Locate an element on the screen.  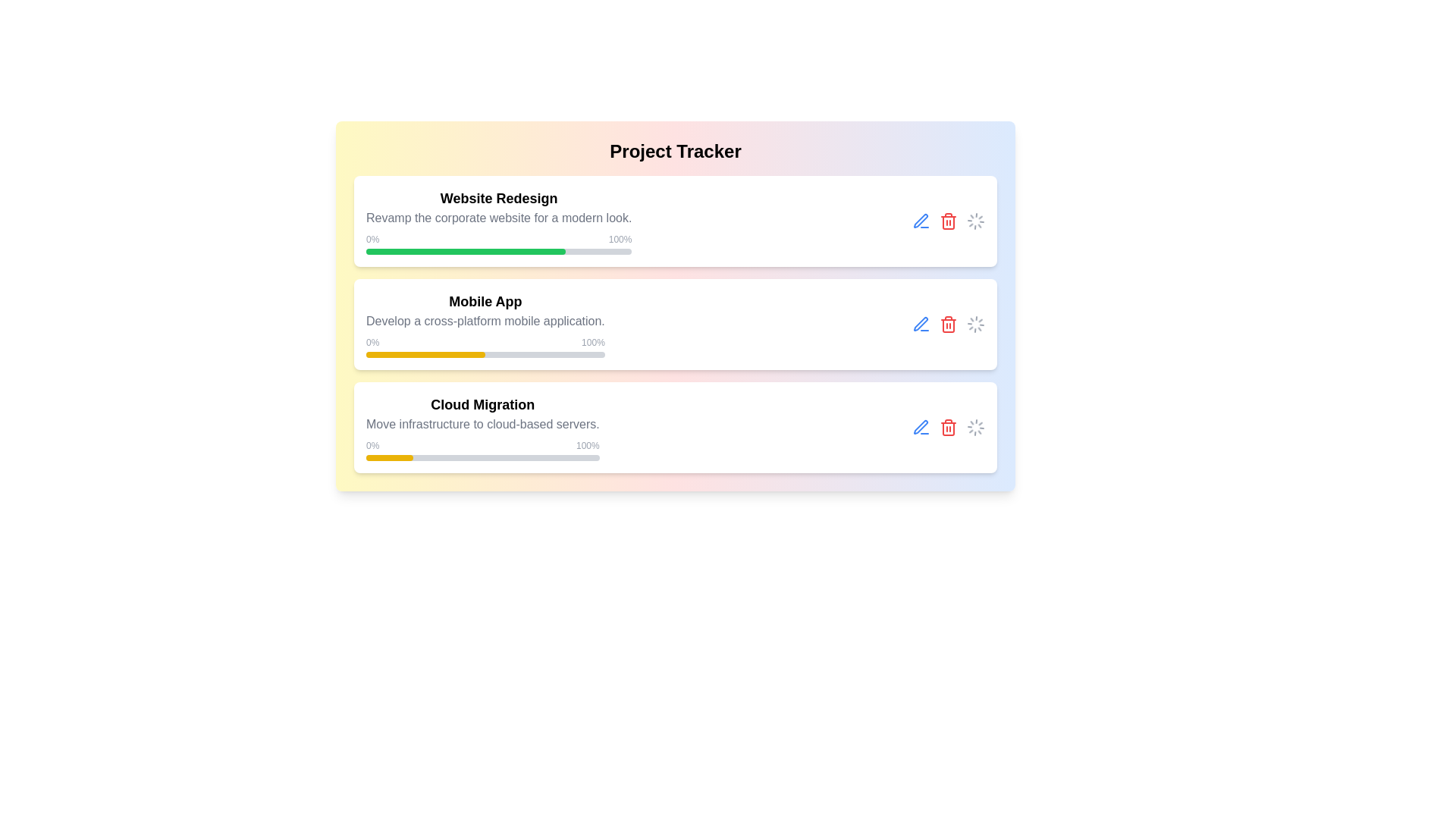
delete button for the project named Mobile App is located at coordinates (948, 324).